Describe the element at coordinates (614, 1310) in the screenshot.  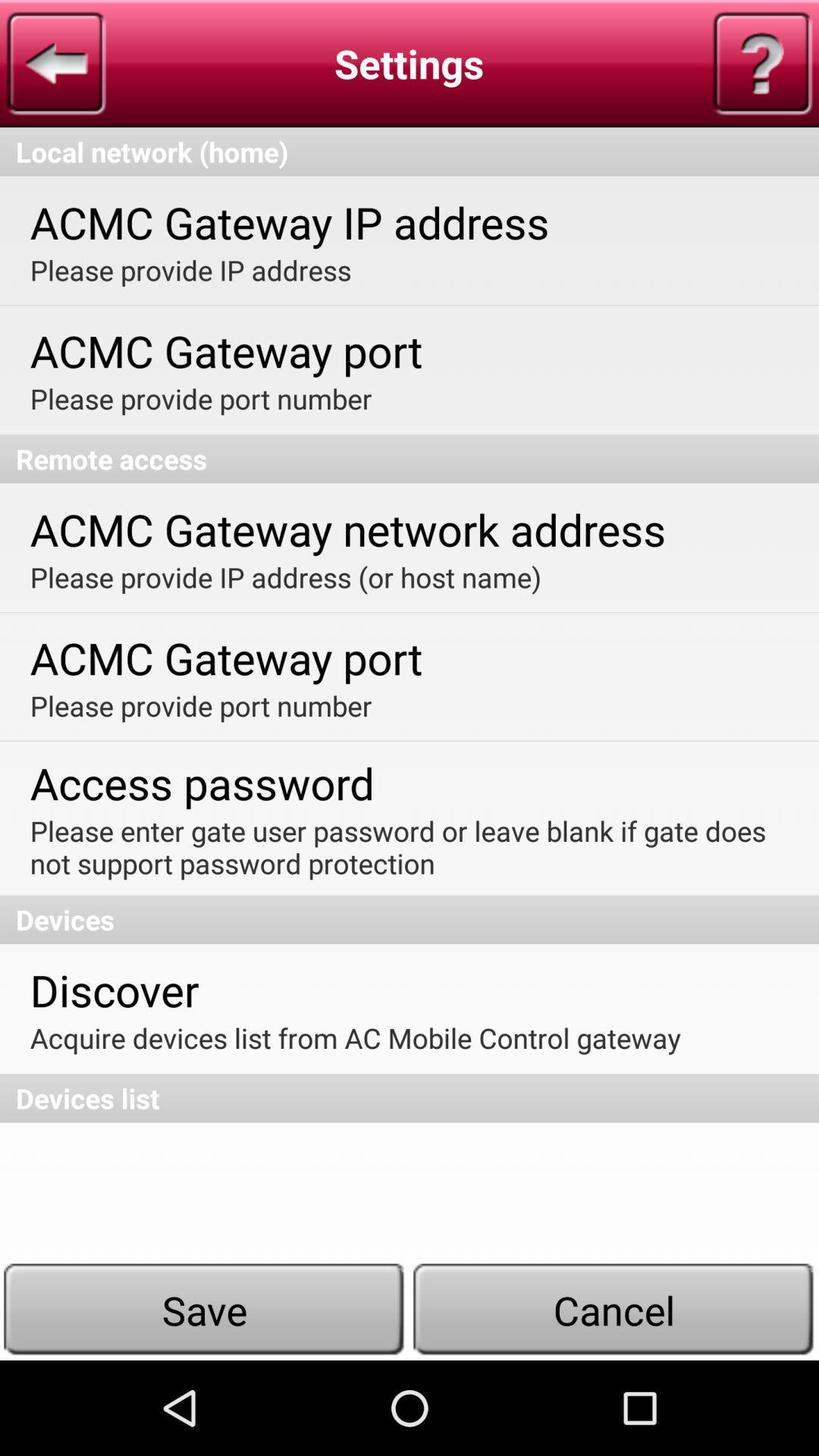
I see `the button which is next to the save` at that location.